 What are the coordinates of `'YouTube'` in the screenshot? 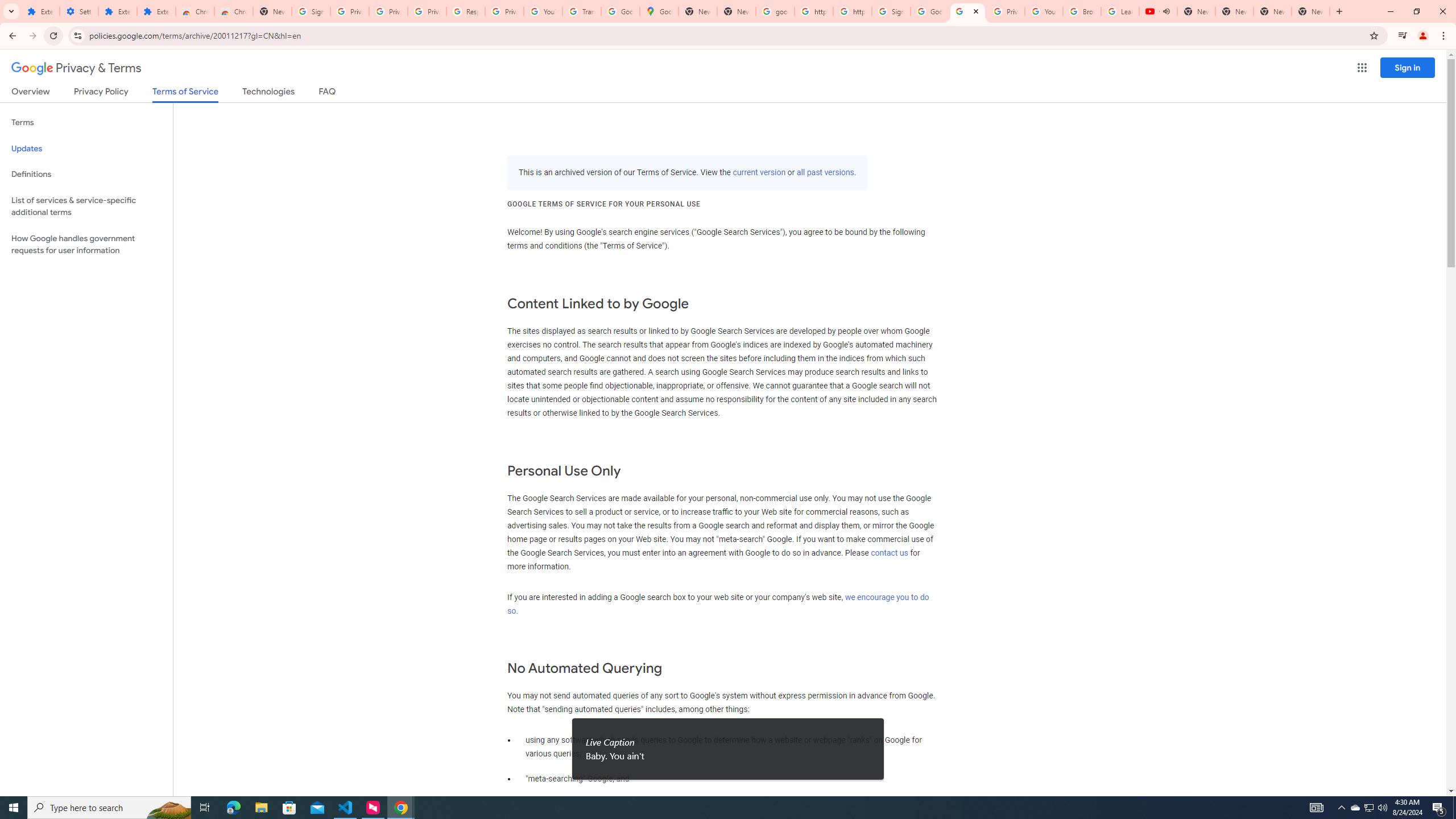 It's located at (1043, 11).